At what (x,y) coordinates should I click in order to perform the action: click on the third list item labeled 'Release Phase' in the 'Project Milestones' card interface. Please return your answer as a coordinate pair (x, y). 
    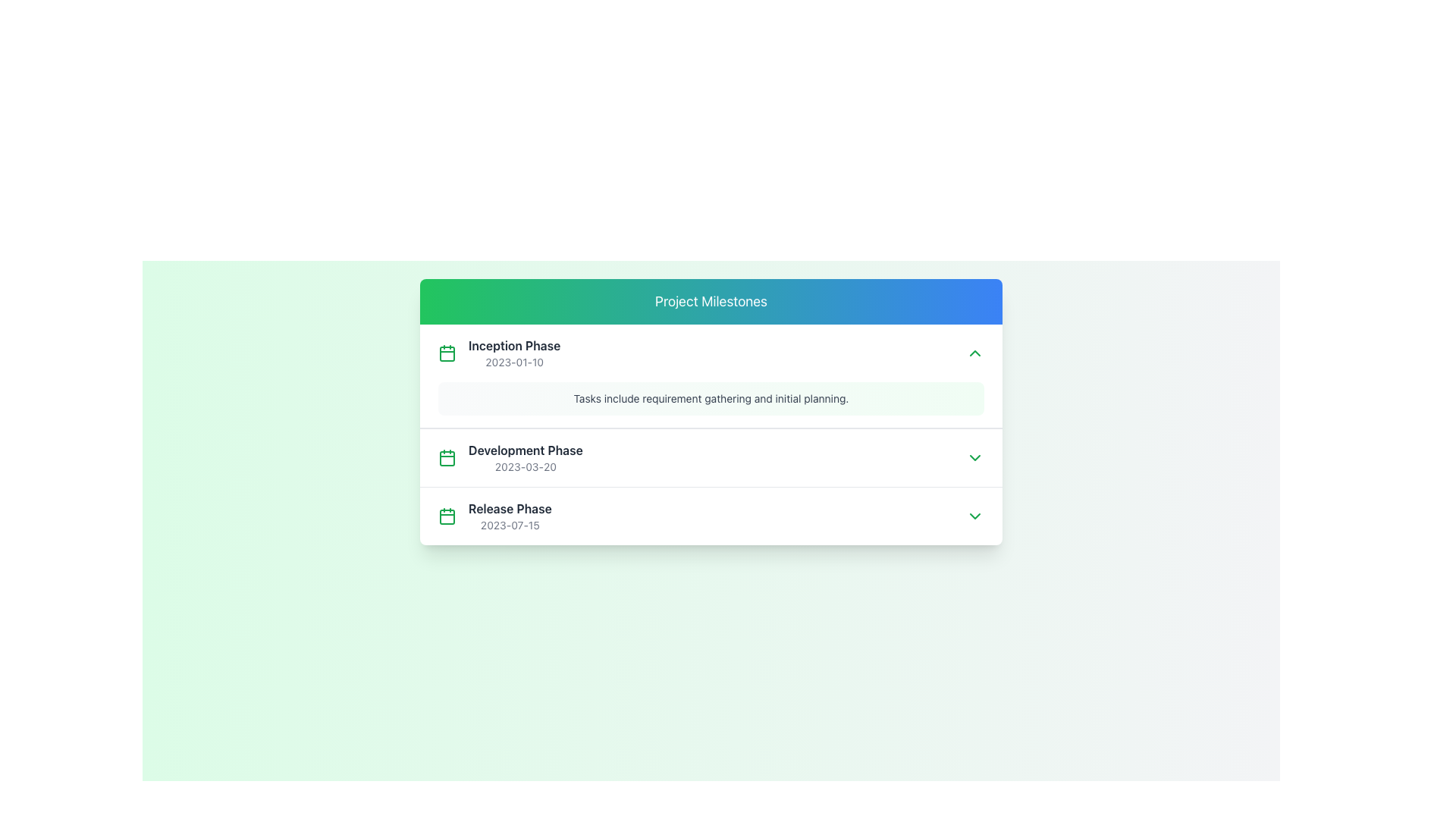
    Looking at the image, I should click on (710, 514).